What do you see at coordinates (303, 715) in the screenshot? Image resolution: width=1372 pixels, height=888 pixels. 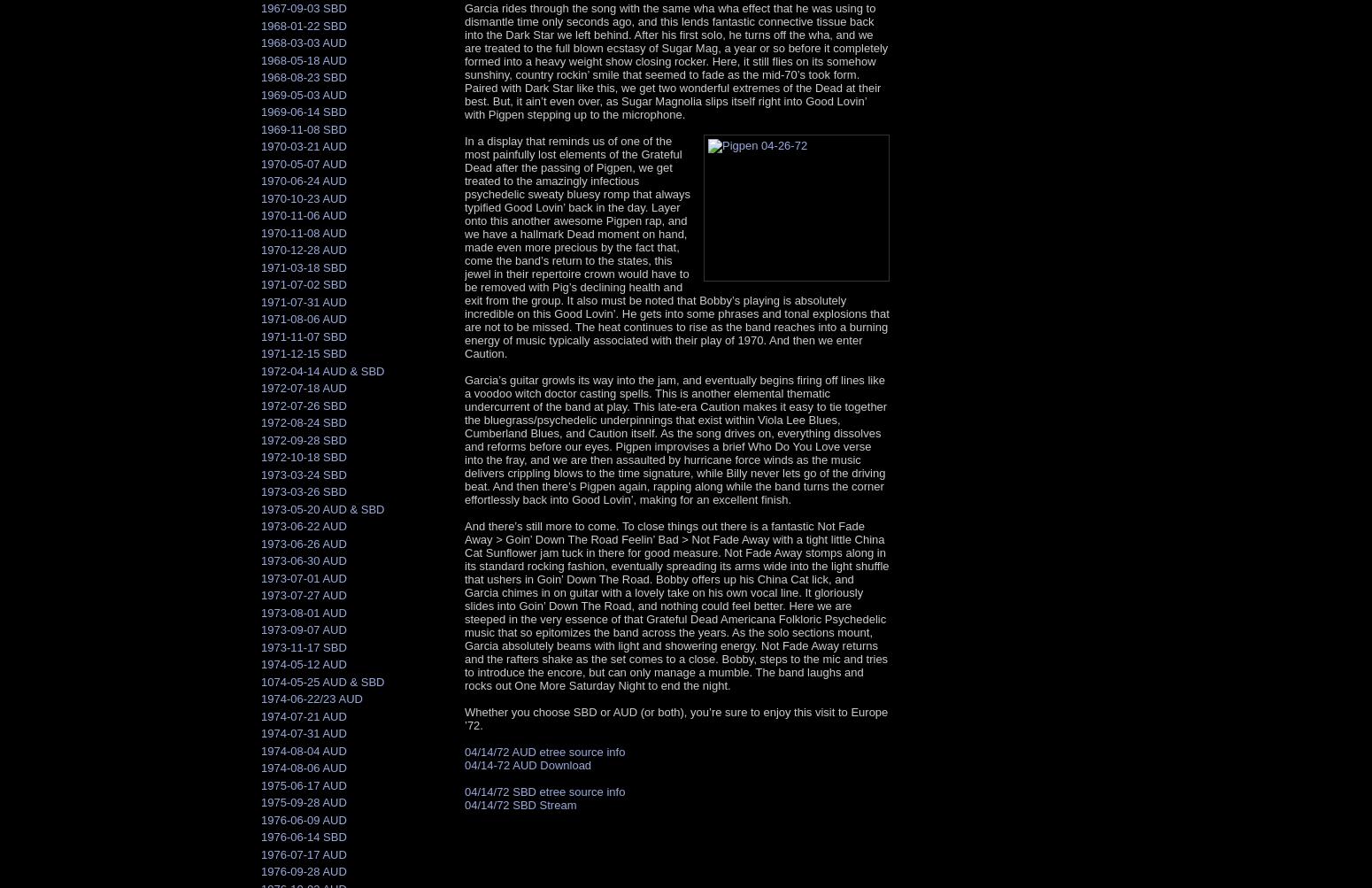 I see `'1974-07-21 AUD'` at bounding box center [303, 715].